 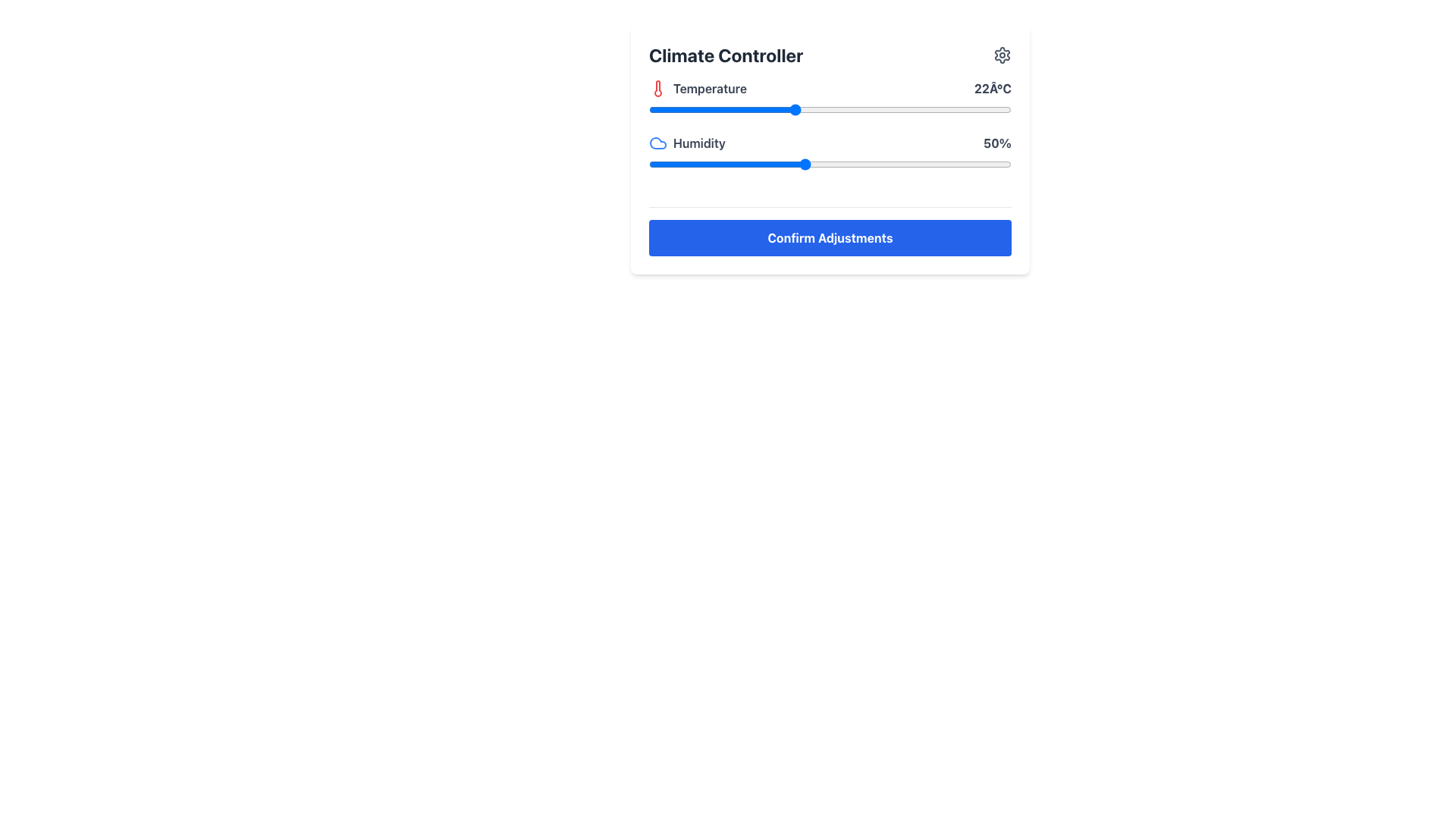 What do you see at coordinates (742, 164) in the screenshot?
I see `humidity` at bounding box center [742, 164].